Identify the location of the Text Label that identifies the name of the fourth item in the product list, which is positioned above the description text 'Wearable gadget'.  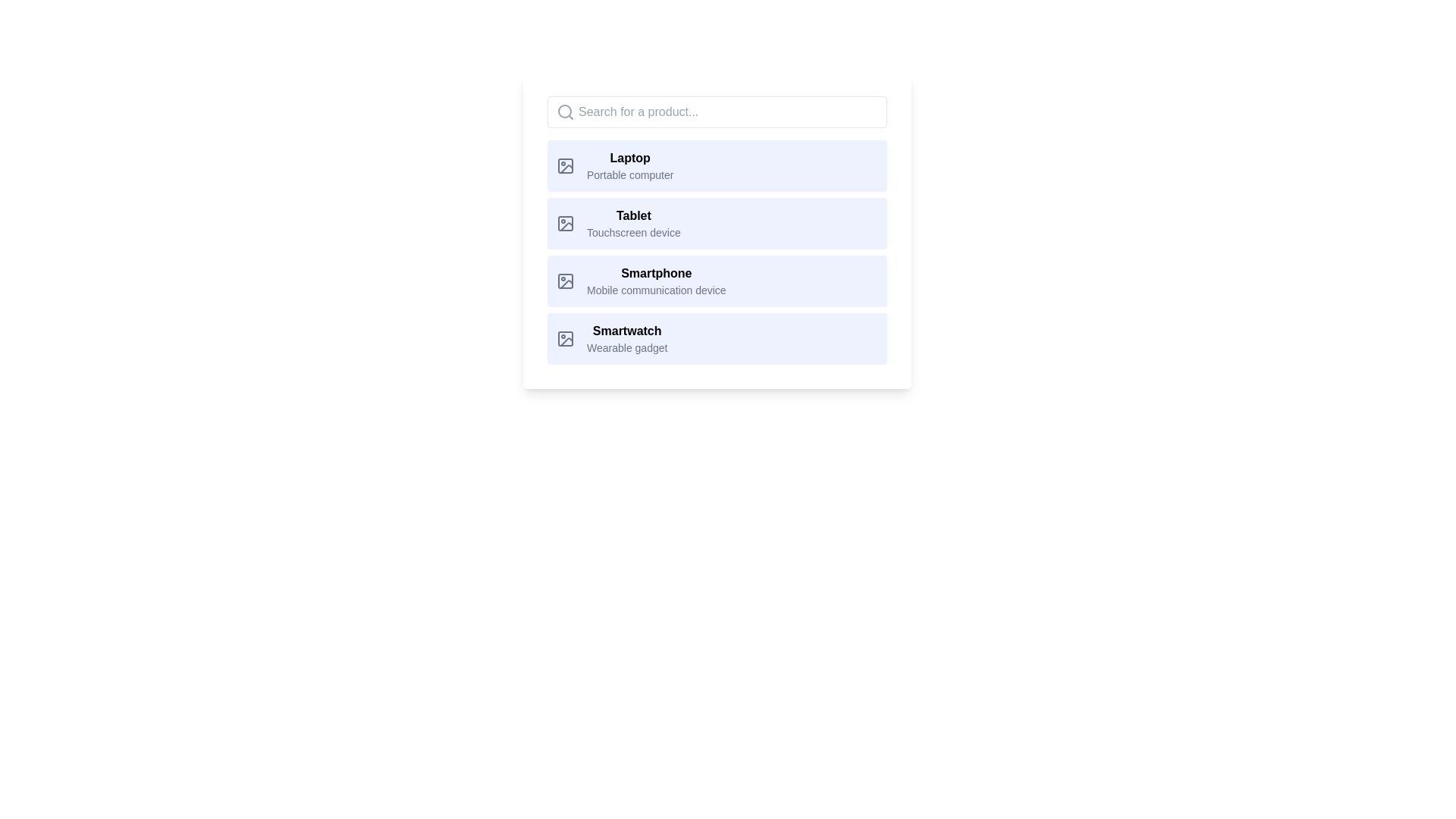
(627, 330).